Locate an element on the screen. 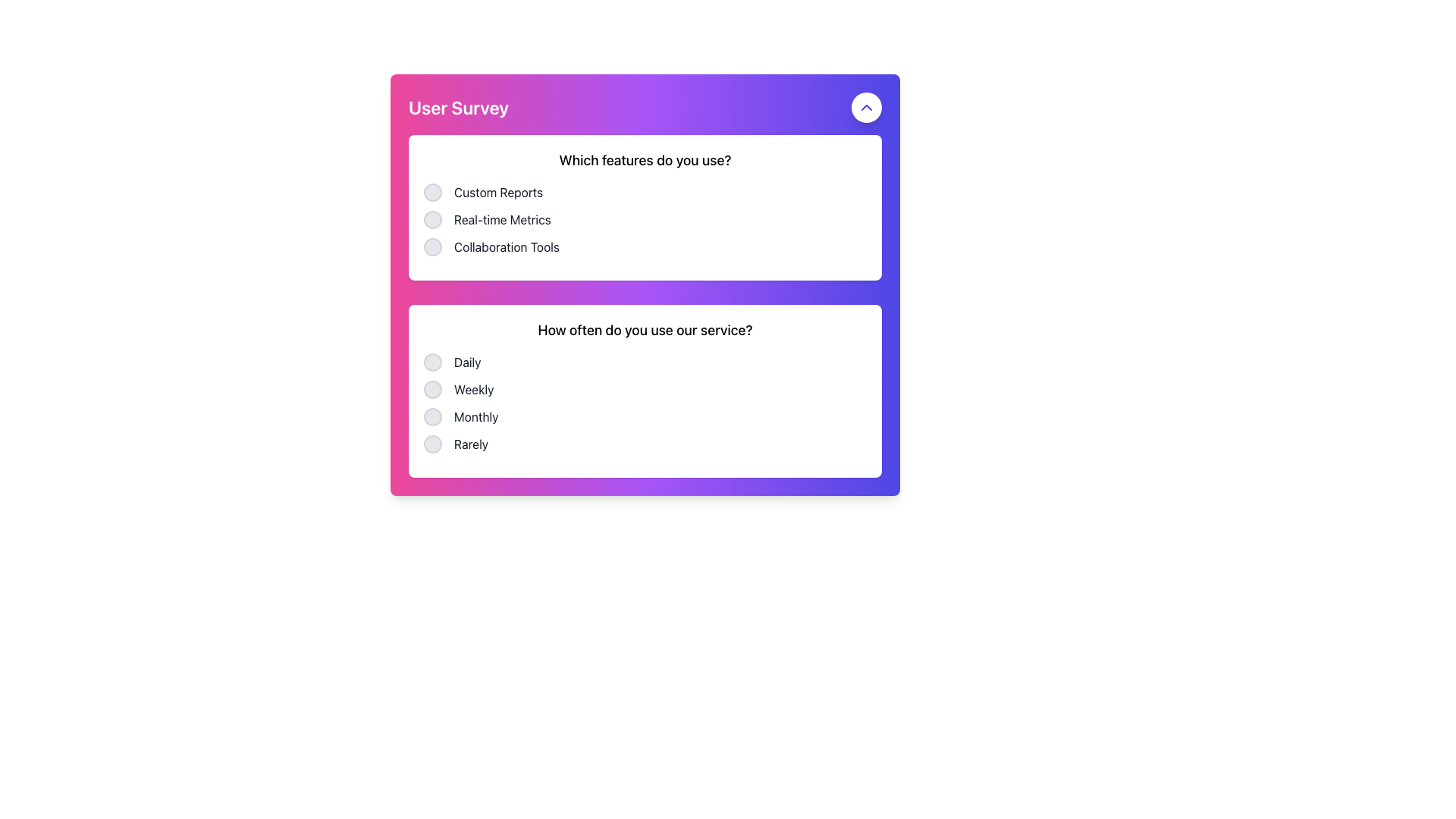 This screenshot has width=1456, height=819. the radio button labeled 'Rarely' by clicking on it, which is styled with a light gray background and located next to its text label in a vertical list of options is located at coordinates (432, 444).